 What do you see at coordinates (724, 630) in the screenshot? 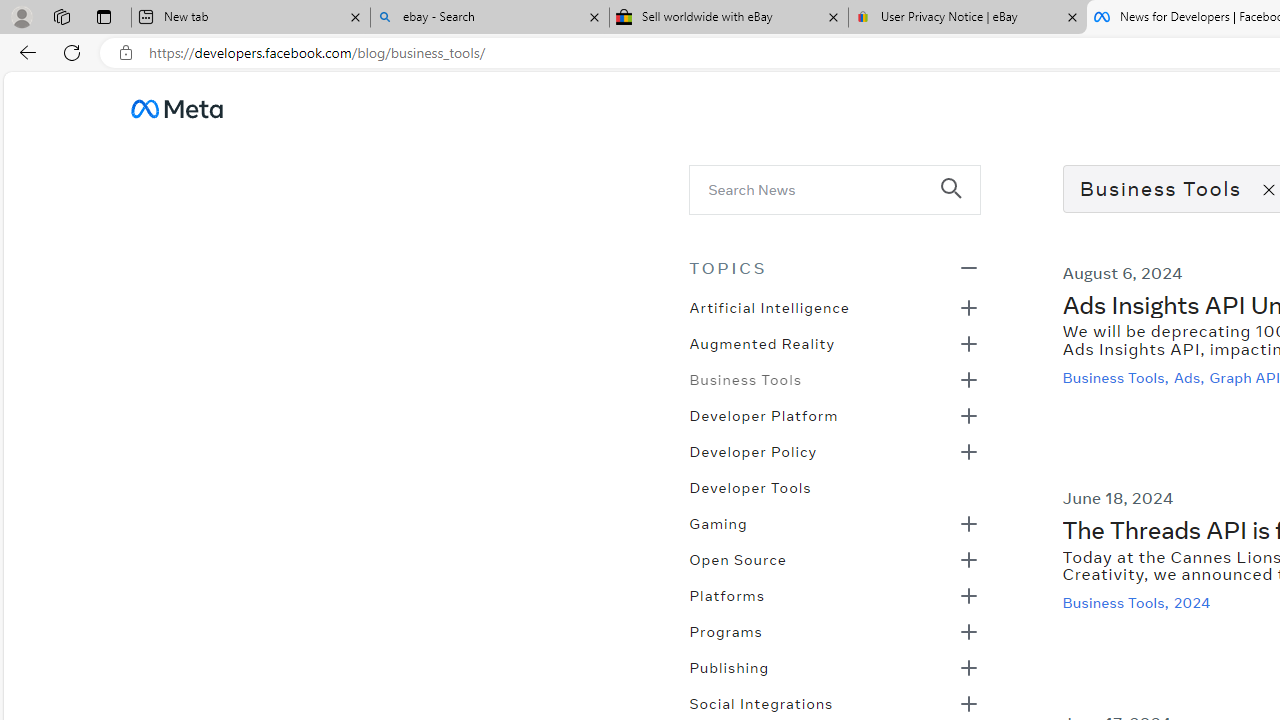
I see `'Programs'` at bounding box center [724, 630].